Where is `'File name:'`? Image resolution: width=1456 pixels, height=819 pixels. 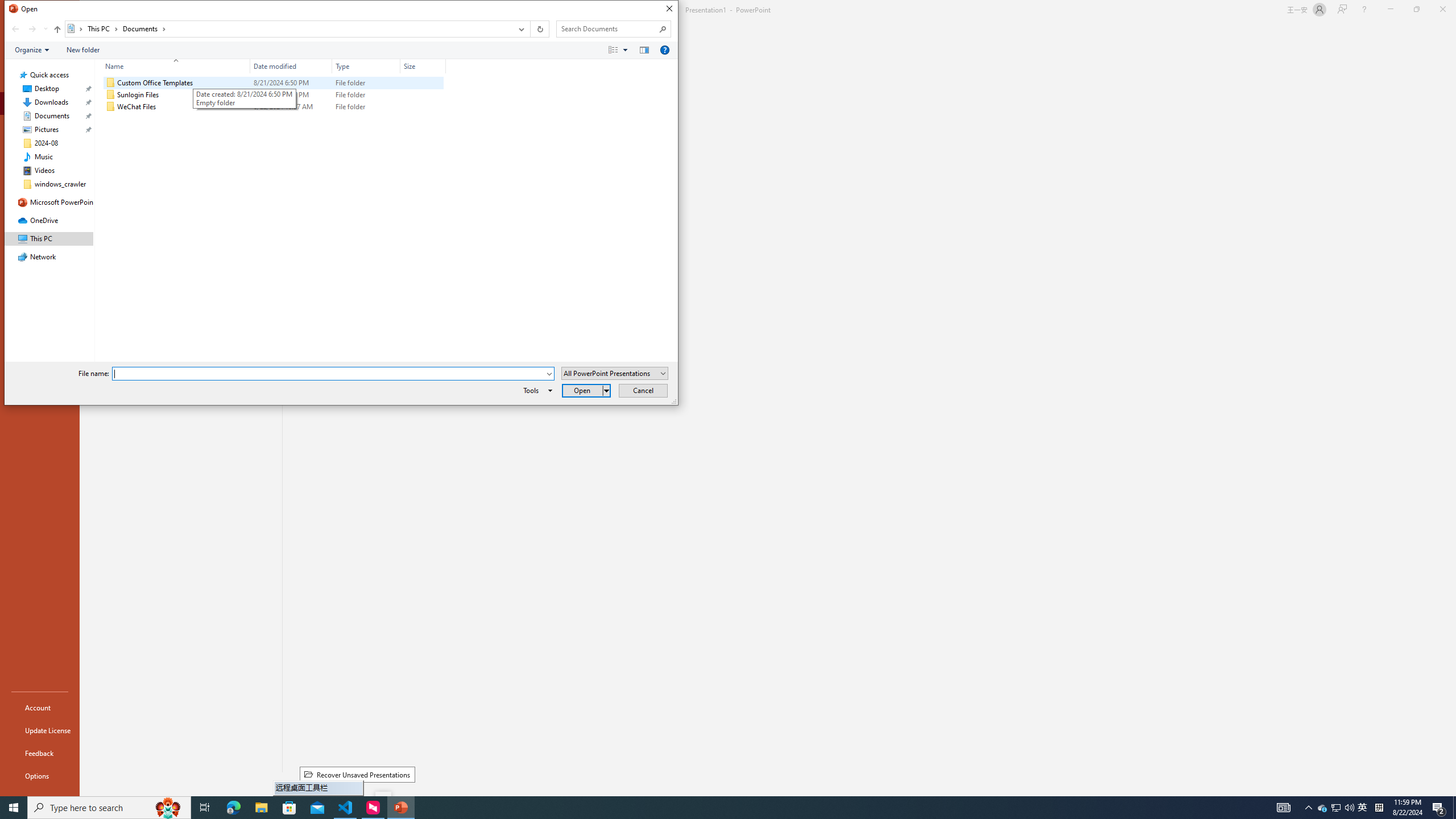
'File name:' is located at coordinates (333, 373).